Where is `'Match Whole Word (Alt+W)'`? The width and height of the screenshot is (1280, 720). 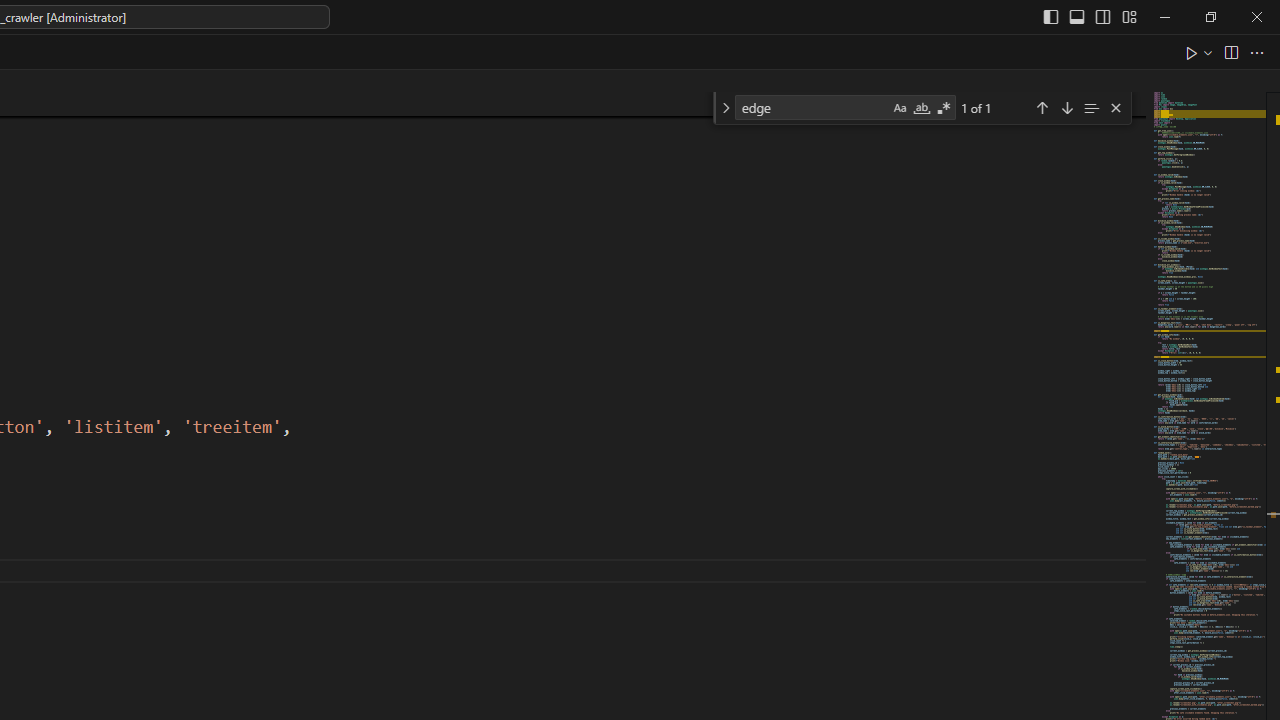
'Match Whole Word (Alt+W)' is located at coordinates (920, 108).